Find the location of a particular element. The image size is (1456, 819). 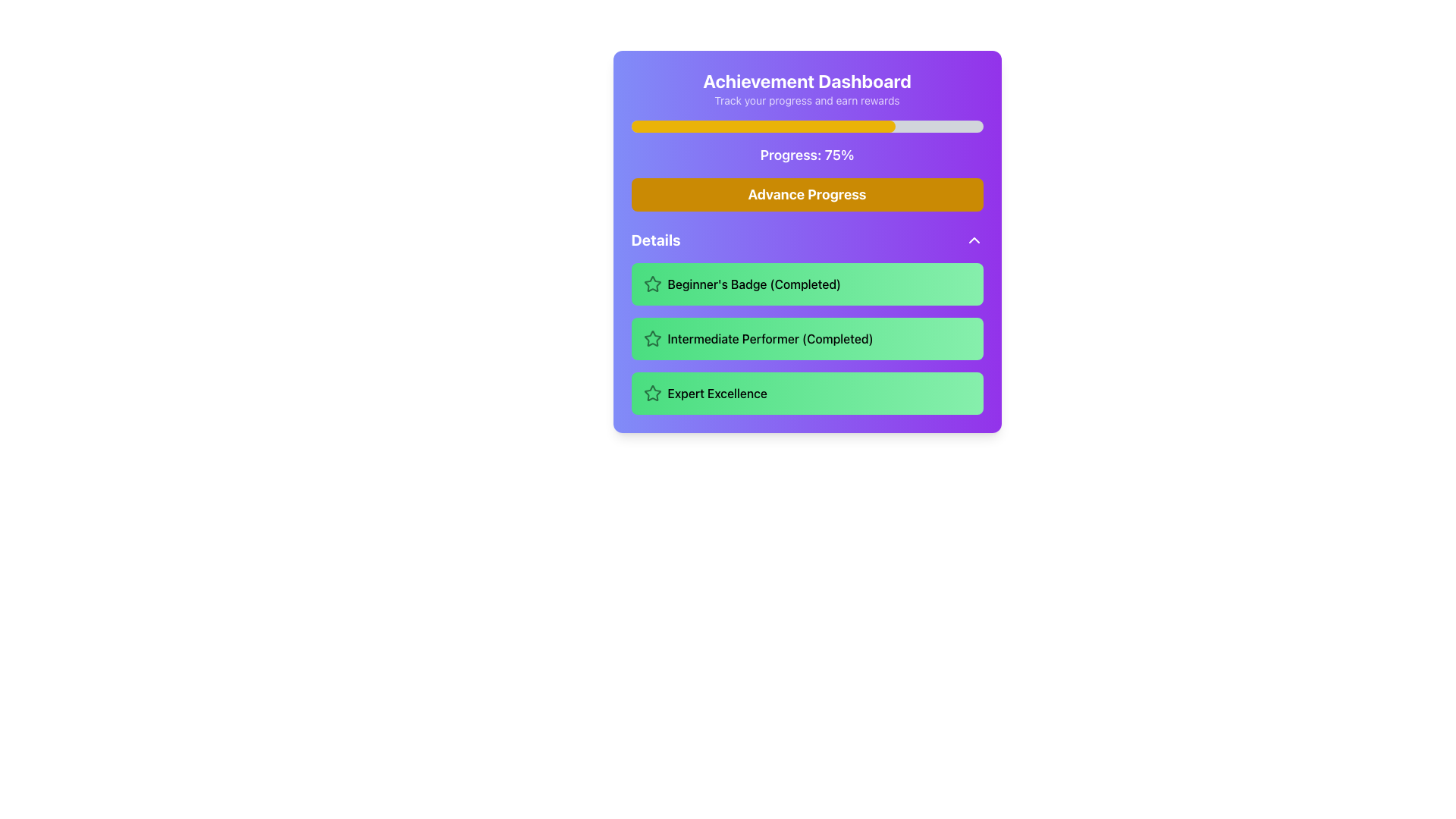

the upward-facing chevron icon on the right side of the 'Details' section title bar is located at coordinates (974, 239).